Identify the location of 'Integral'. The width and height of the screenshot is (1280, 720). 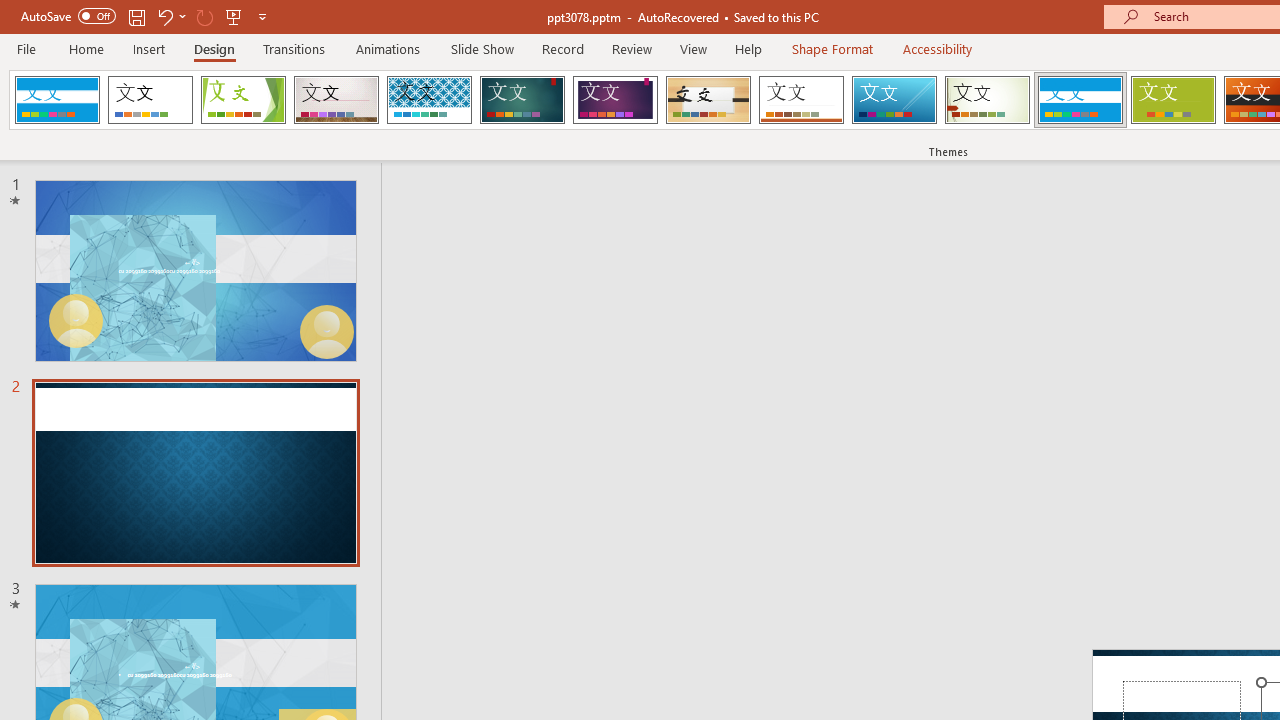
(428, 100).